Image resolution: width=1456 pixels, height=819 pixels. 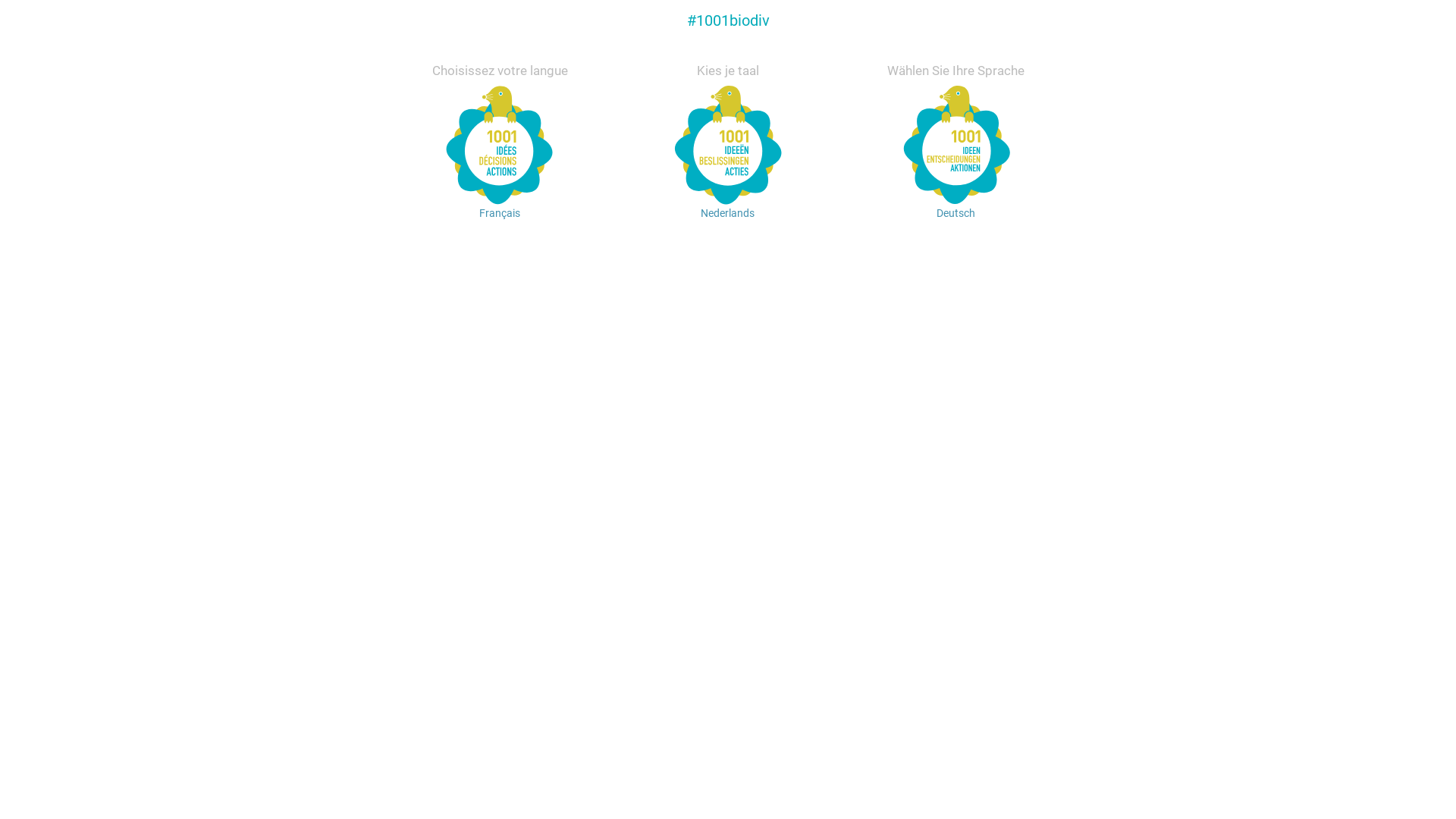 I want to click on 'Nederlands', so click(x=728, y=177).